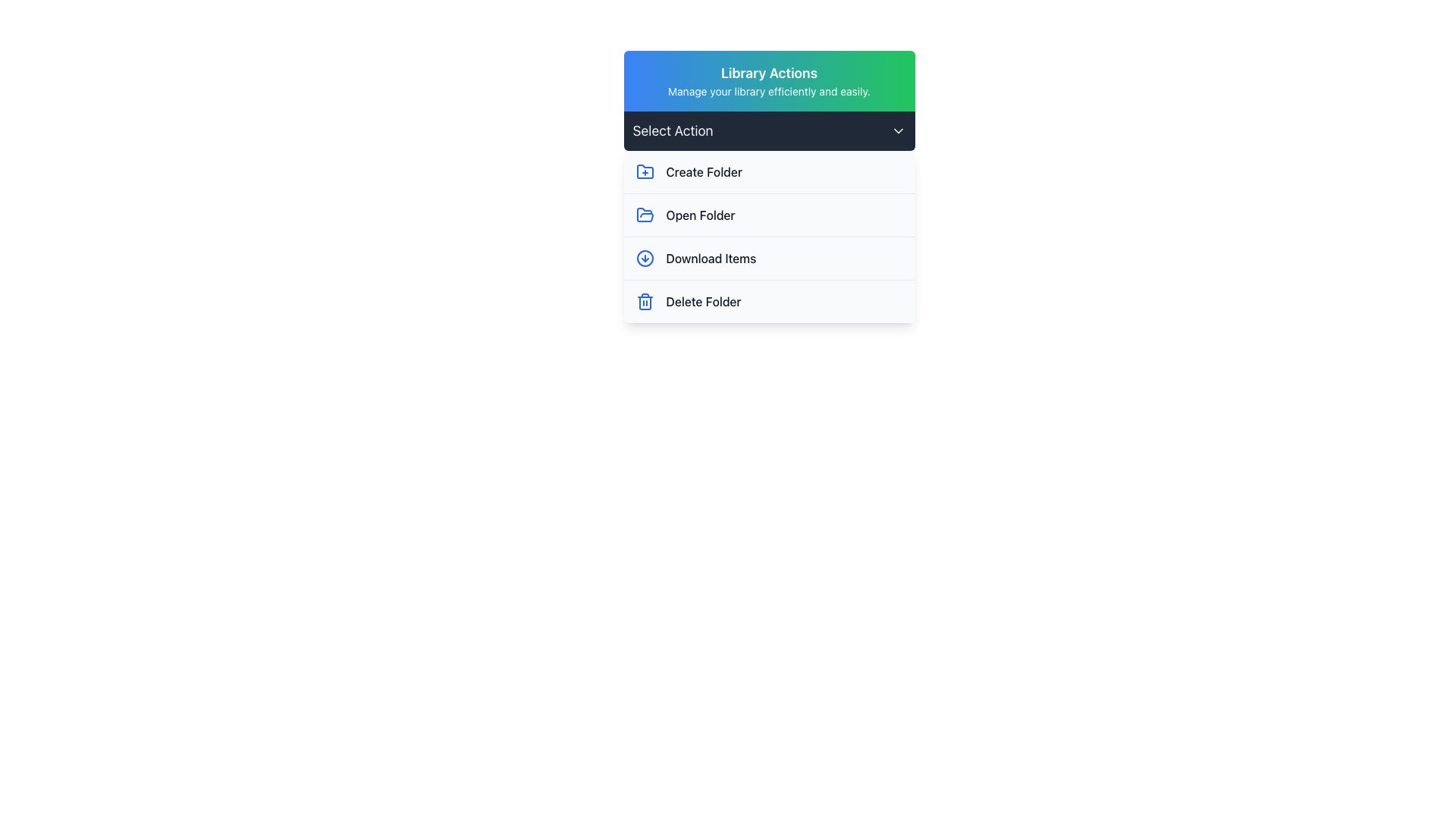 The image size is (1456, 819). What do you see at coordinates (769, 301) in the screenshot?
I see `the delete folder button located below 'Download Items' in the dropdown interface` at bounding box center [769, 301].